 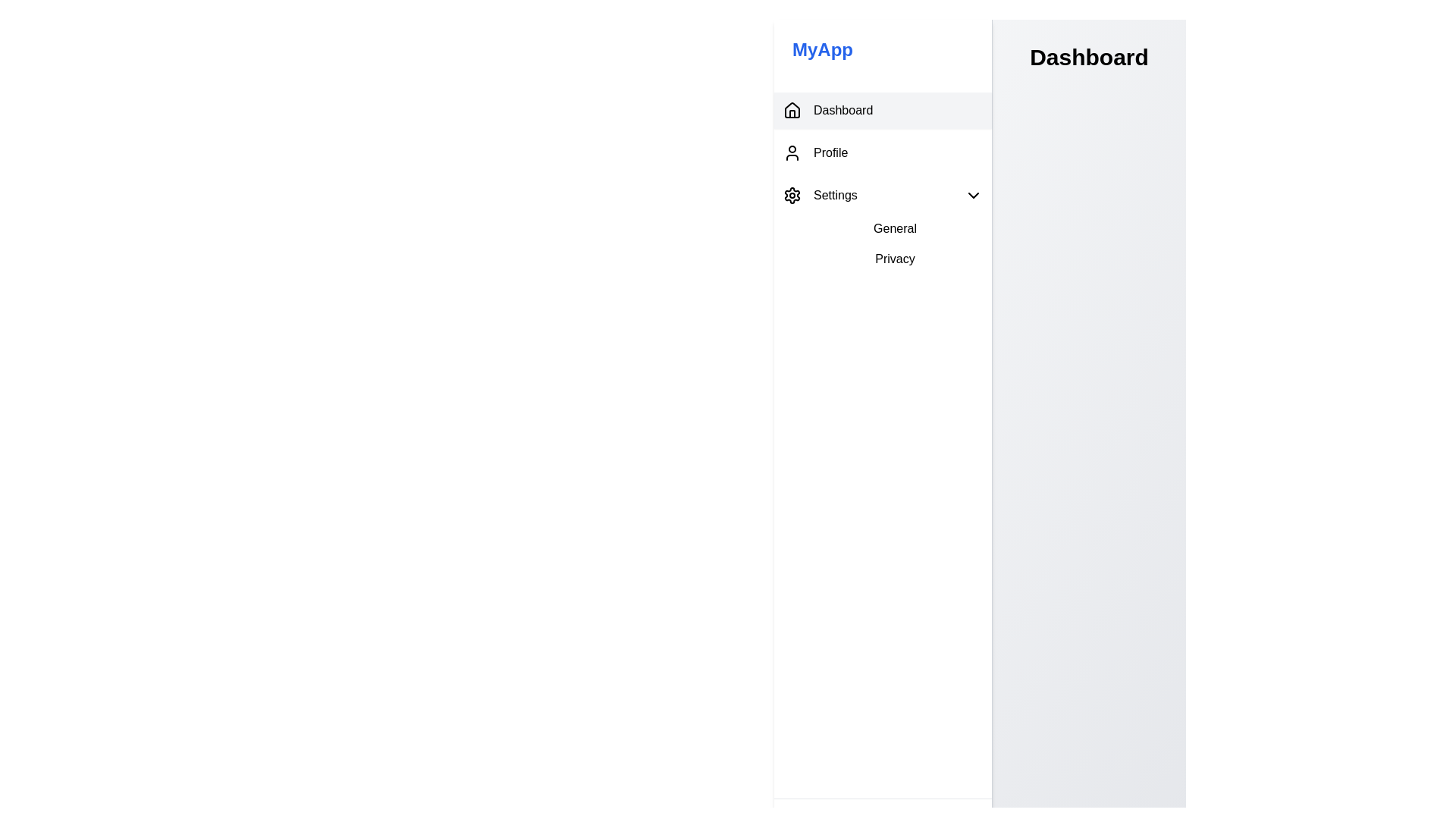 I want to click on the 'Dashboard' icon represented as a vector graphic in the sidebar navigation menu to trigger the tooltip or highlight effect, so click(x=792, y=109).